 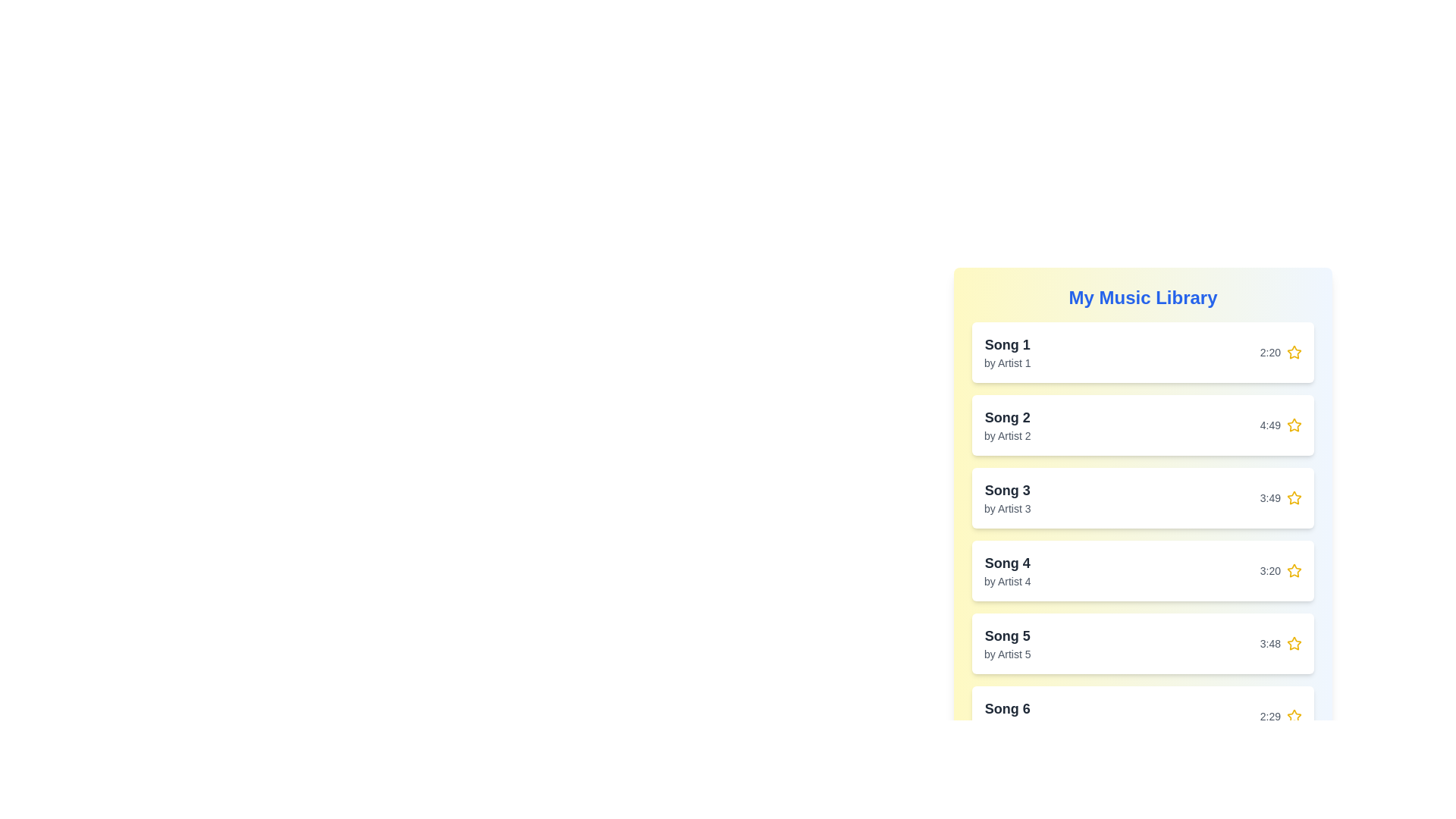 What do you see at coordinates (1007, 353) in the screenshot?
I see `the text label displaying 'Song 1' in bold with subtitle 'by Artist 1', located at the topmost row of a vertical list within a card layout` at bounding box center [1007, 353].